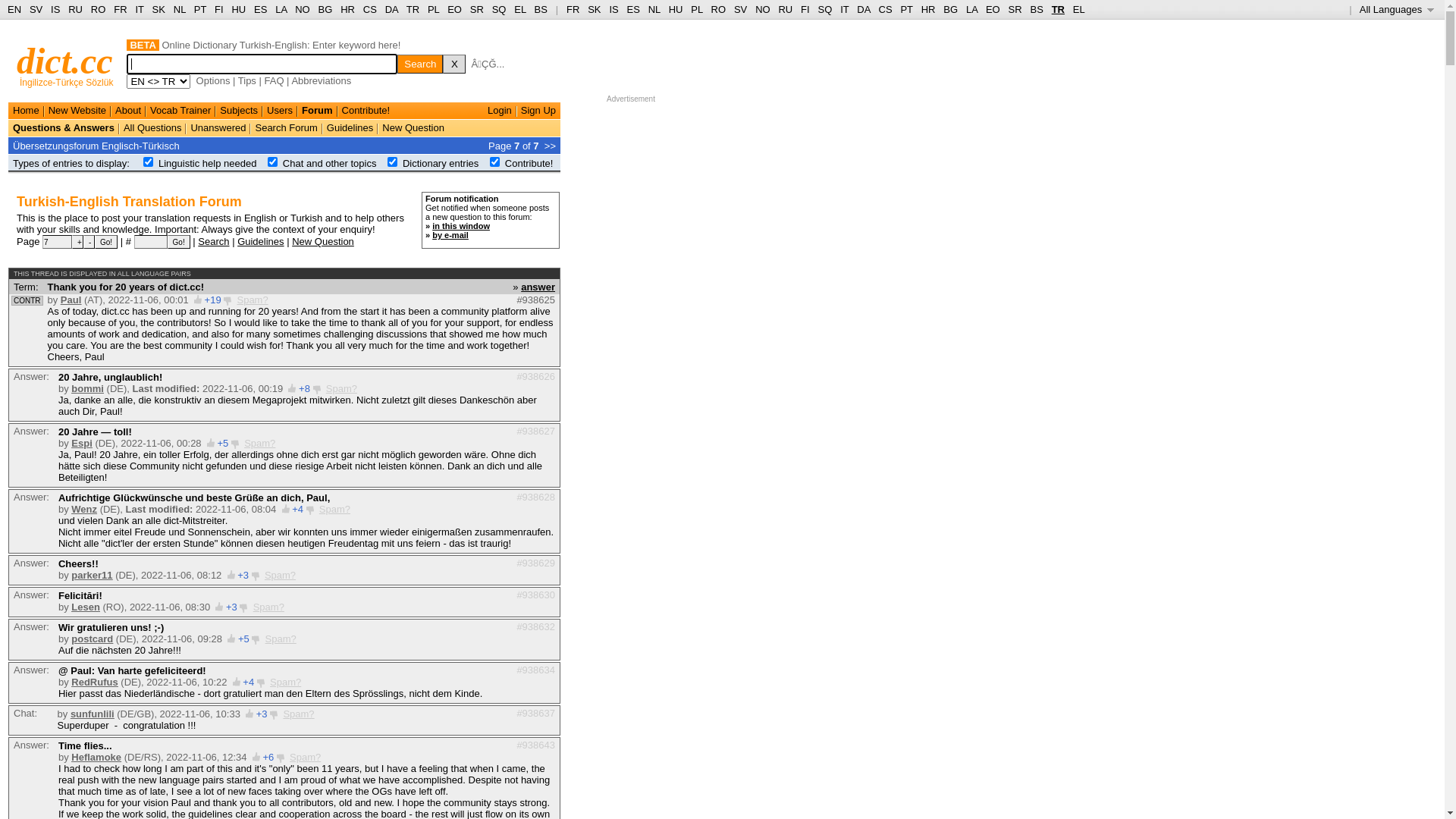 The width and height of the screenshot is (1456, 819). I want to click on 'sunfunlili', so click(69, 714).